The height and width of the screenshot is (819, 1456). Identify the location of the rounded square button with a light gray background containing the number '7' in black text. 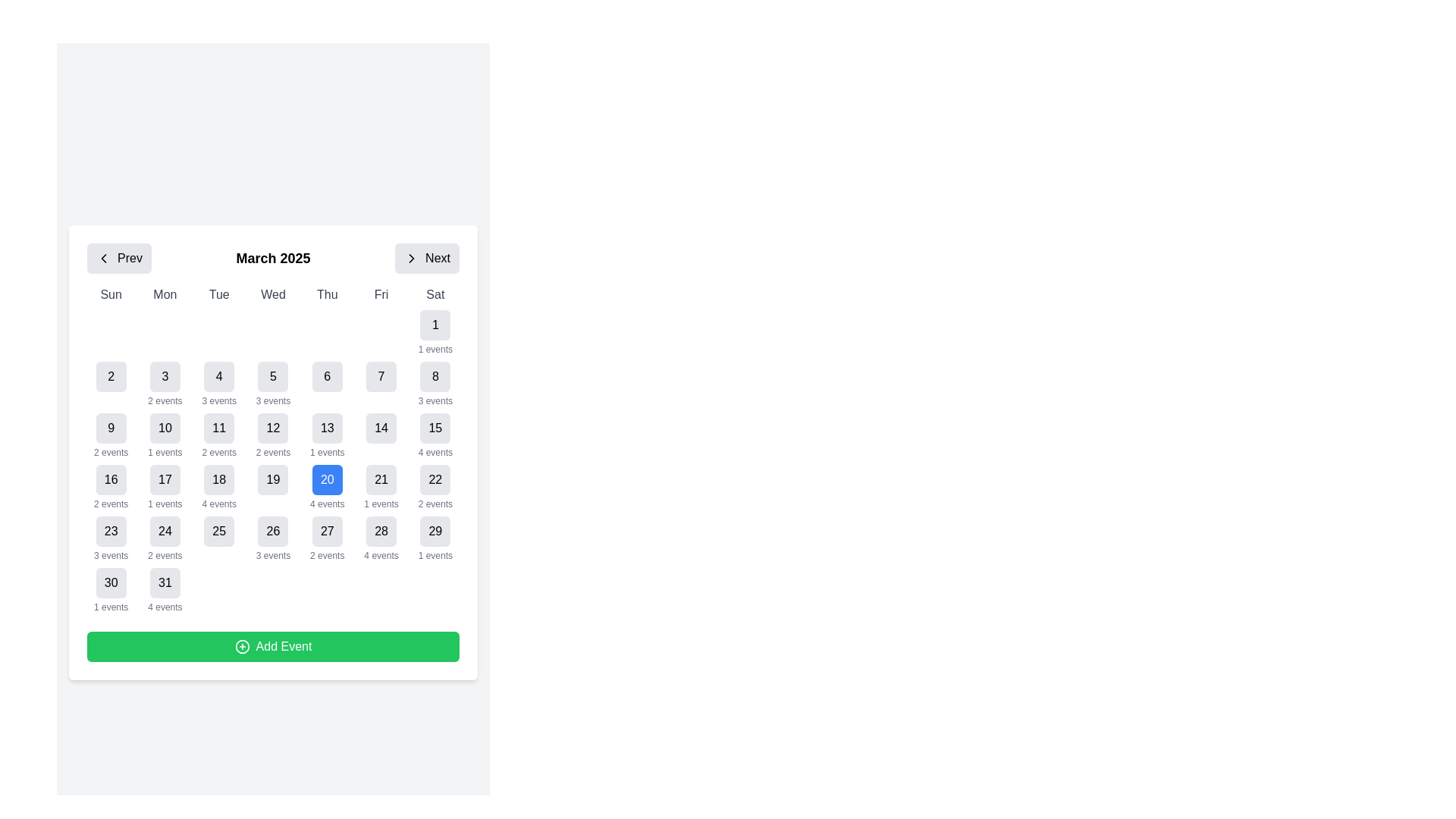
(381, 376).